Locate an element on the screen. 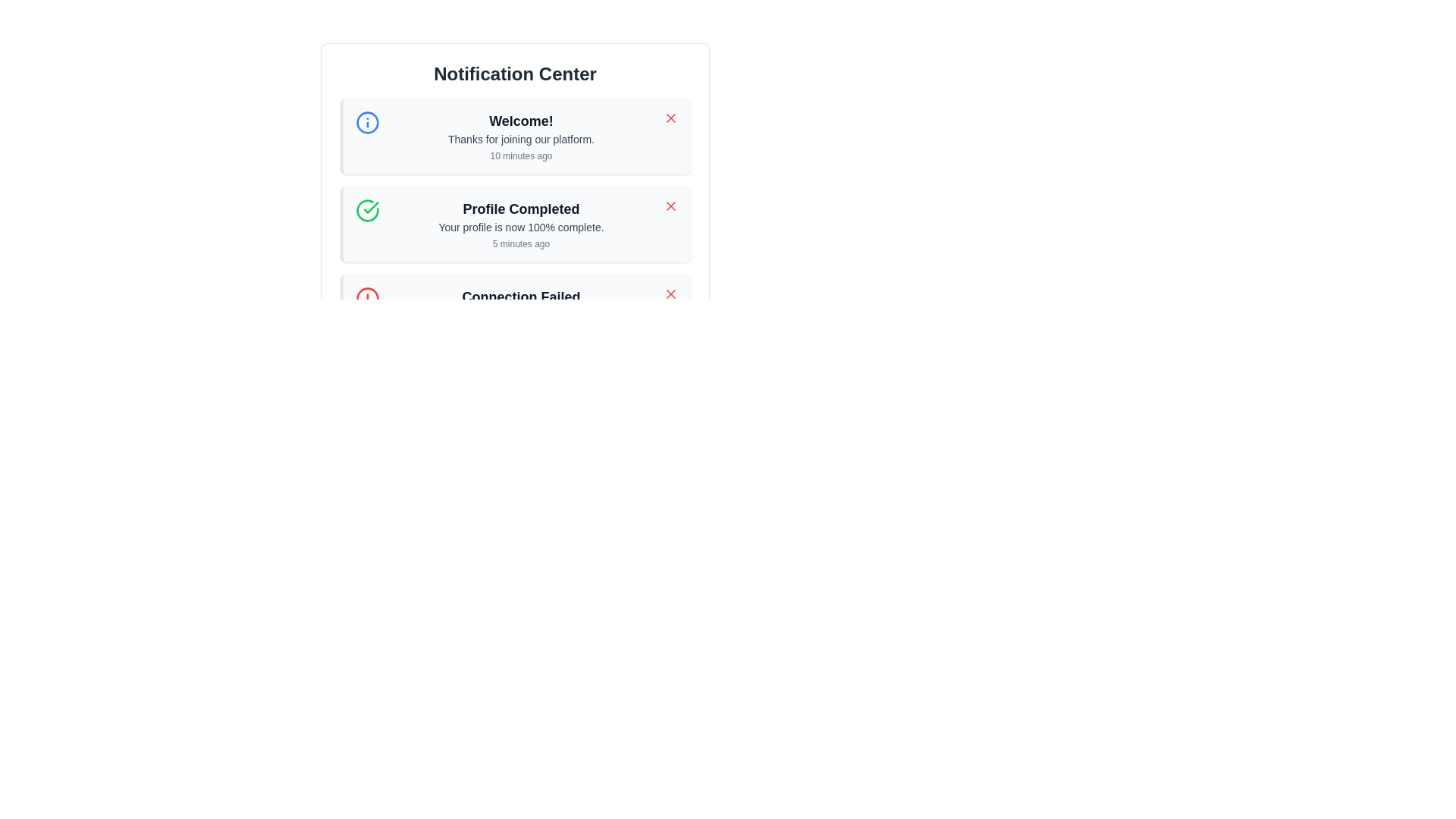 The image size is (1456, 819). the red 'X' icon button for closing the 'Connection Failed' notification for keyboard operation is located at coordinates (670, 294).